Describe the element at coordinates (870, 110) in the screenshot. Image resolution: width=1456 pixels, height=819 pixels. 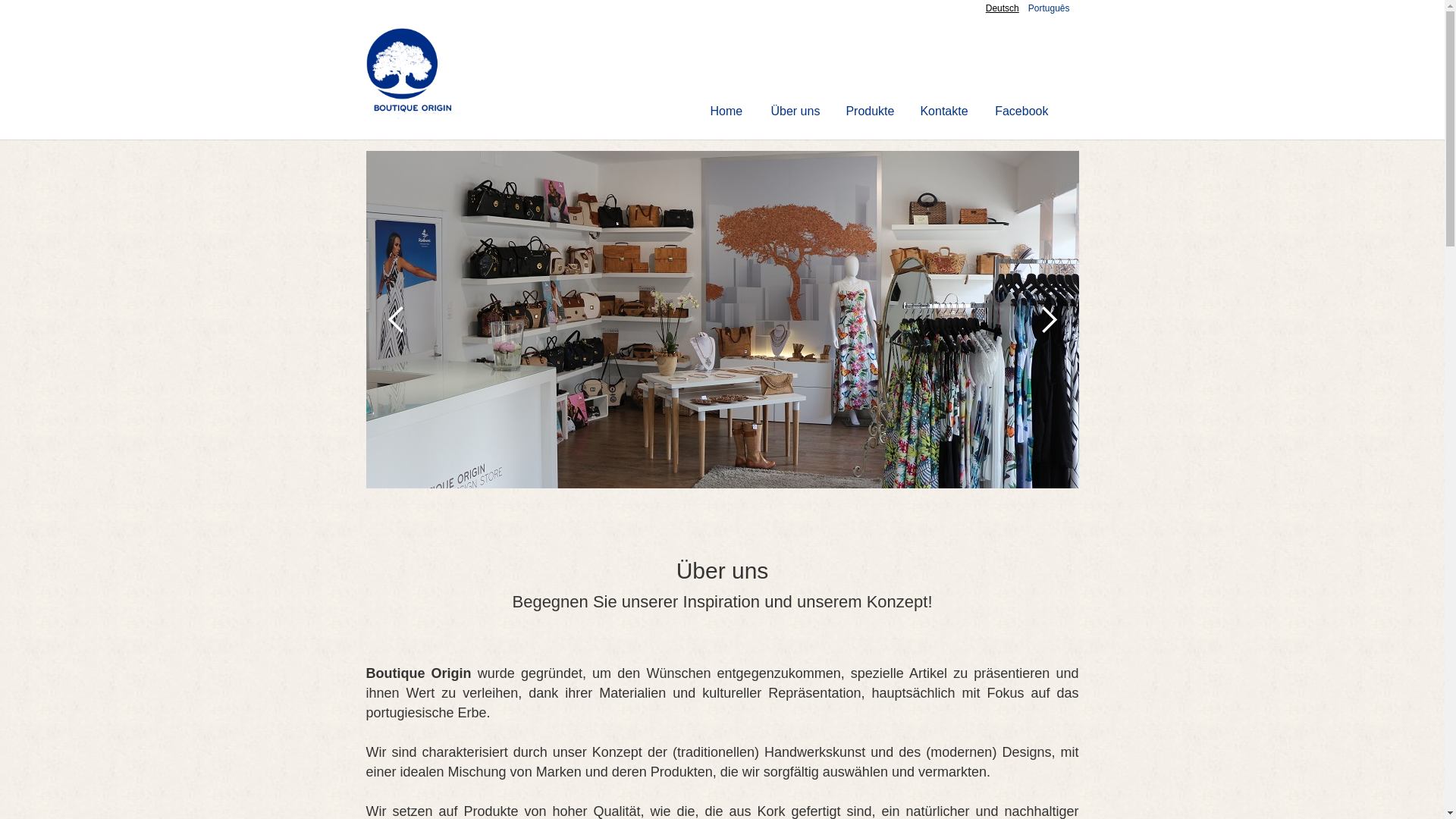
I see `'Produkte'` at that location.